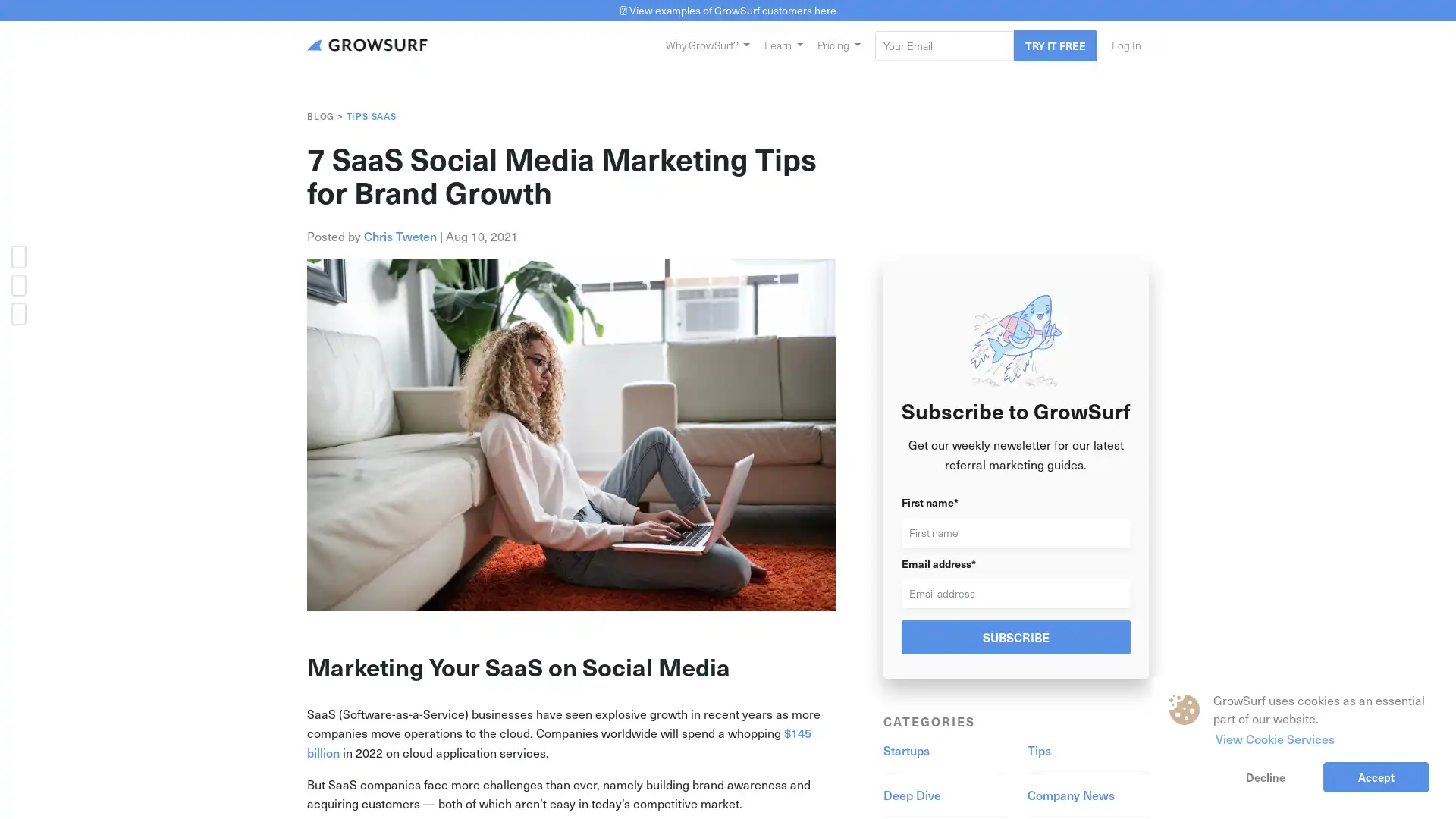 The width and height of the screenshot is (1456, 819). What do you see at coordinates (1015, 637) in the screenshot?
I see `SUBSCRIBE` at bounding box center [1015, 637].